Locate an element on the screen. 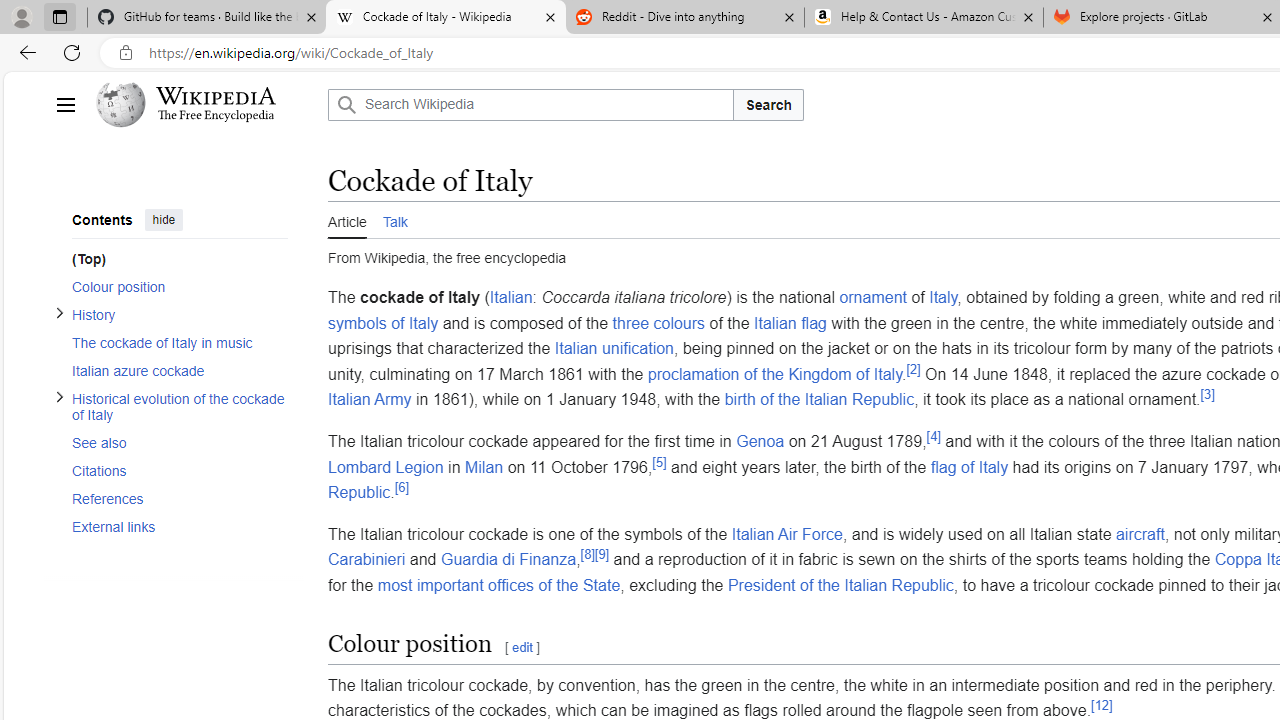  'flag of Italy' is located at coordinates (969, 466).